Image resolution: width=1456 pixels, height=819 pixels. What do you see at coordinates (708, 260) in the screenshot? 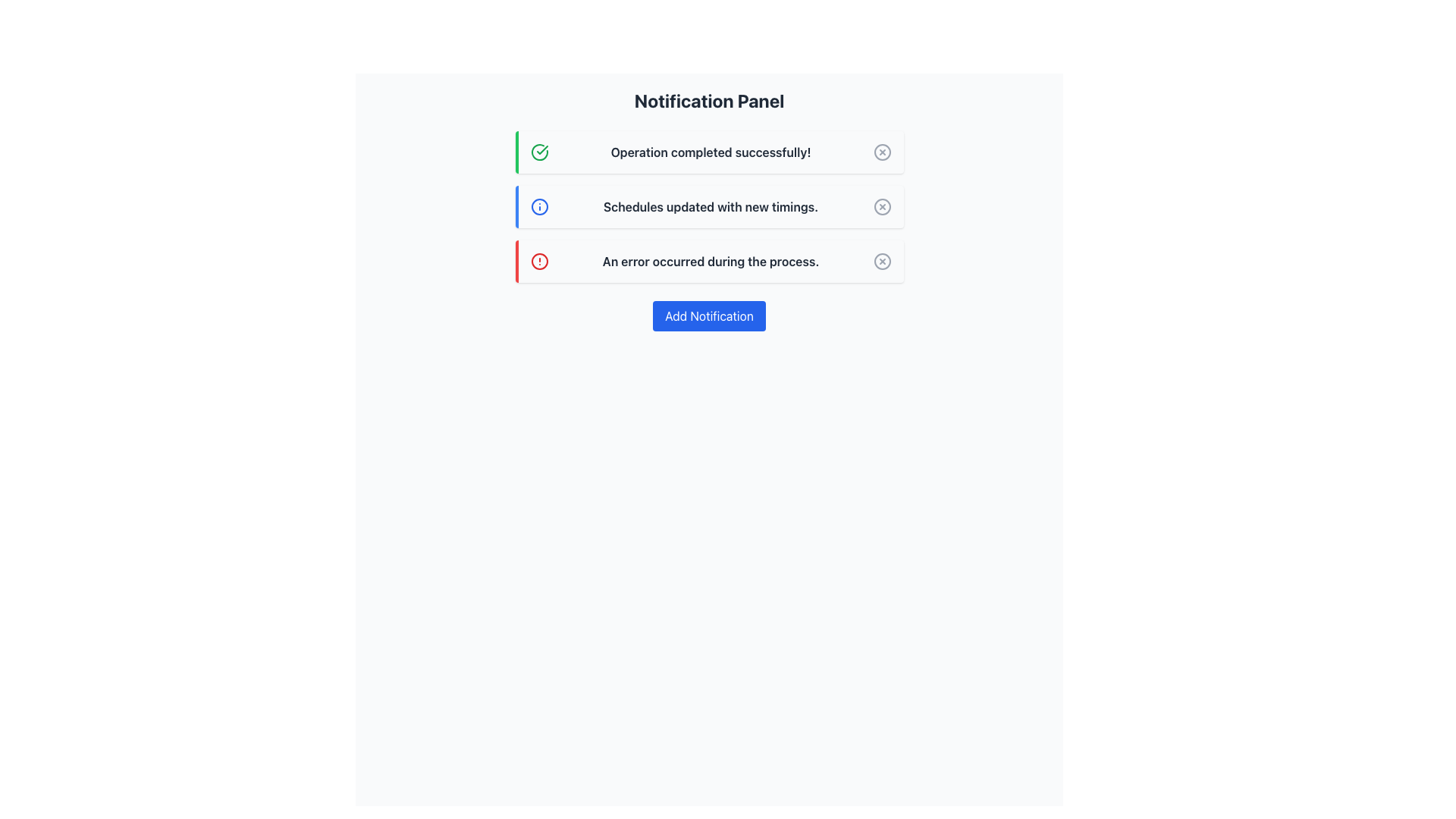
I see `the third Notification Box, which has a red icon and displays the text 'An error occurred during the process.'` at bounding box center [708, 260].